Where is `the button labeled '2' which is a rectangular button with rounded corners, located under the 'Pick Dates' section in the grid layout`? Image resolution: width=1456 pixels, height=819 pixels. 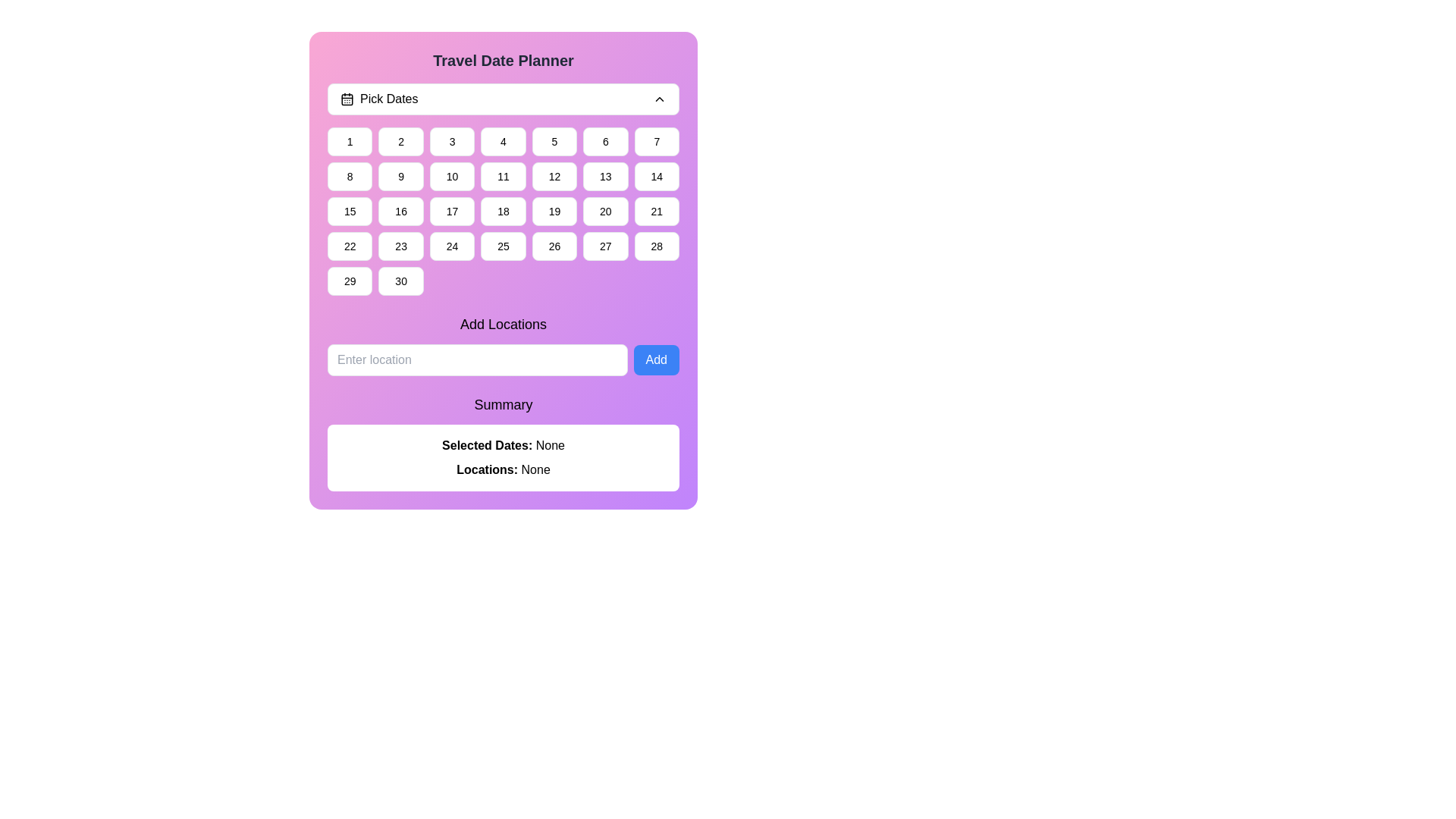
the button labeled '2' which is a rectangular button with rounded corners, located under the 'Pick Dates' section in the grid layout is located at coordinates (401, 141).